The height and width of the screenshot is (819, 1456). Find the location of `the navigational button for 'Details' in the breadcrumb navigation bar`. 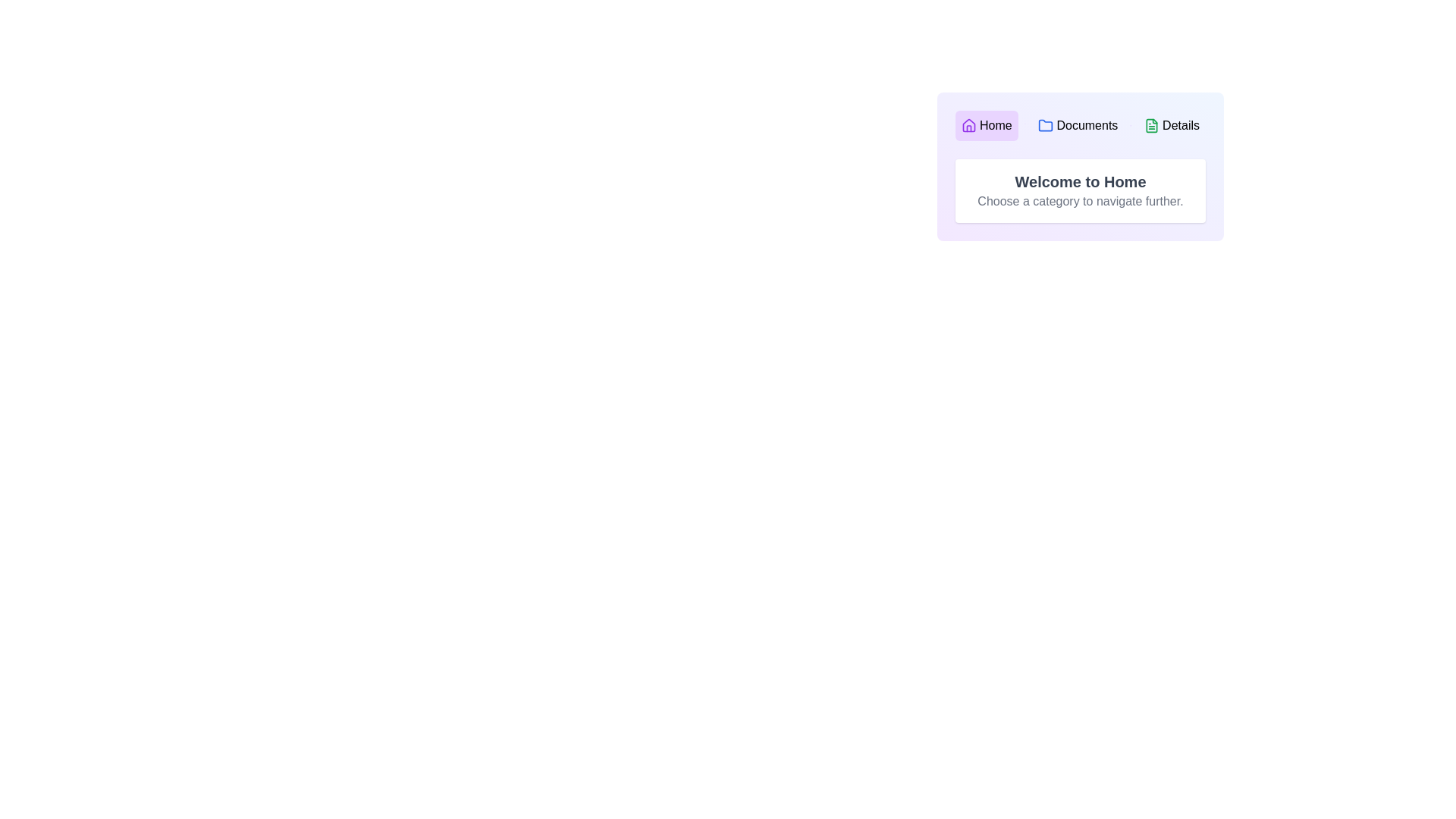

the navigational button for 'Details' in the breadcrumb navigation bar is located at coordinates (1171, 124).